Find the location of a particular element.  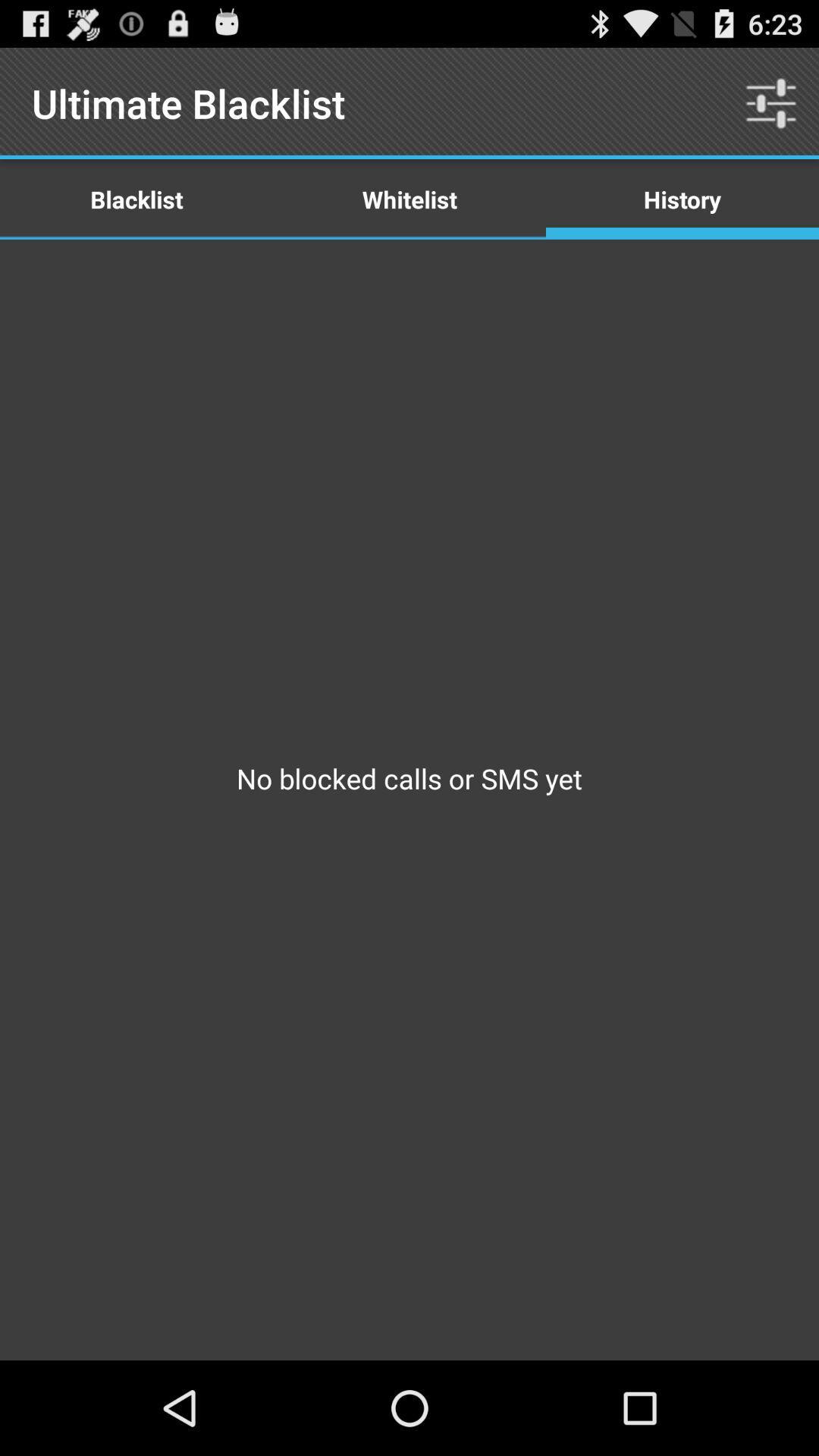

item next to the whitelist item is located at coordinates (681, 198).